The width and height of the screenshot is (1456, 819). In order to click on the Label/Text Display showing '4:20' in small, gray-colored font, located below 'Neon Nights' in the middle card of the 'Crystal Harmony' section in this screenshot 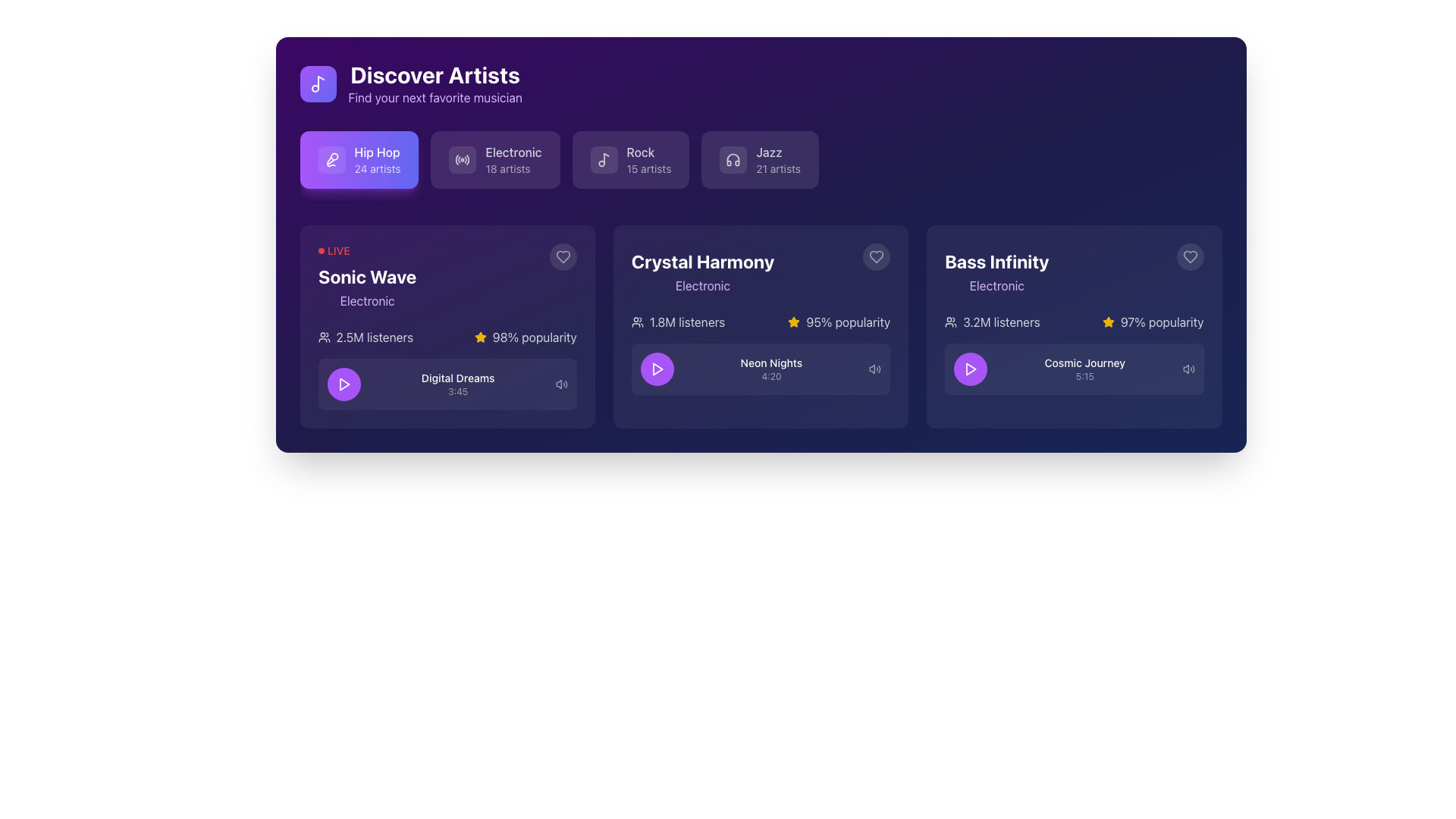, I will do `click(771, 376)`.